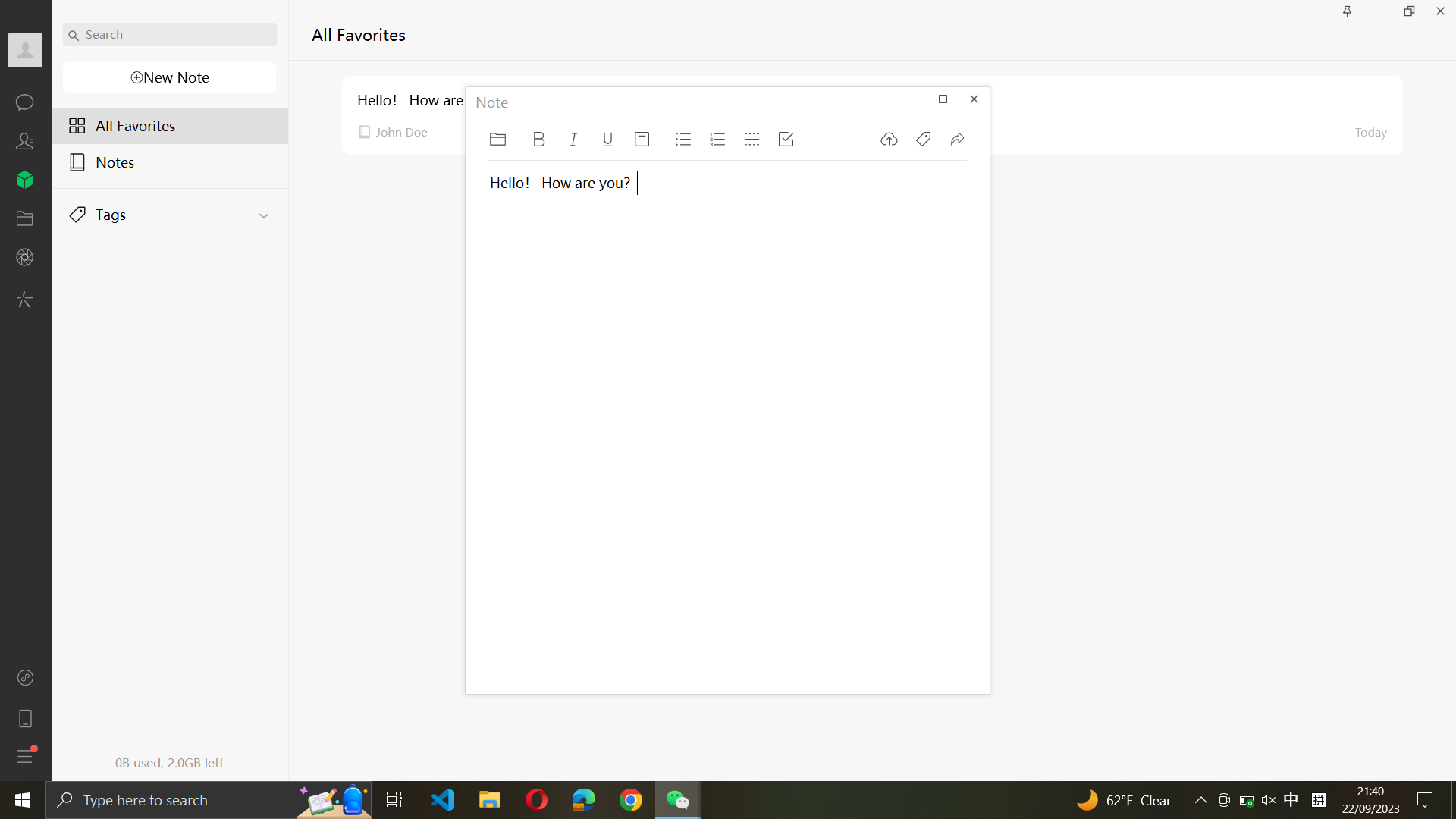 This screenshot has height=819, width=1456. I want to click on the option to create a new note, then type in - "This is a New Note, so click(168, 78).